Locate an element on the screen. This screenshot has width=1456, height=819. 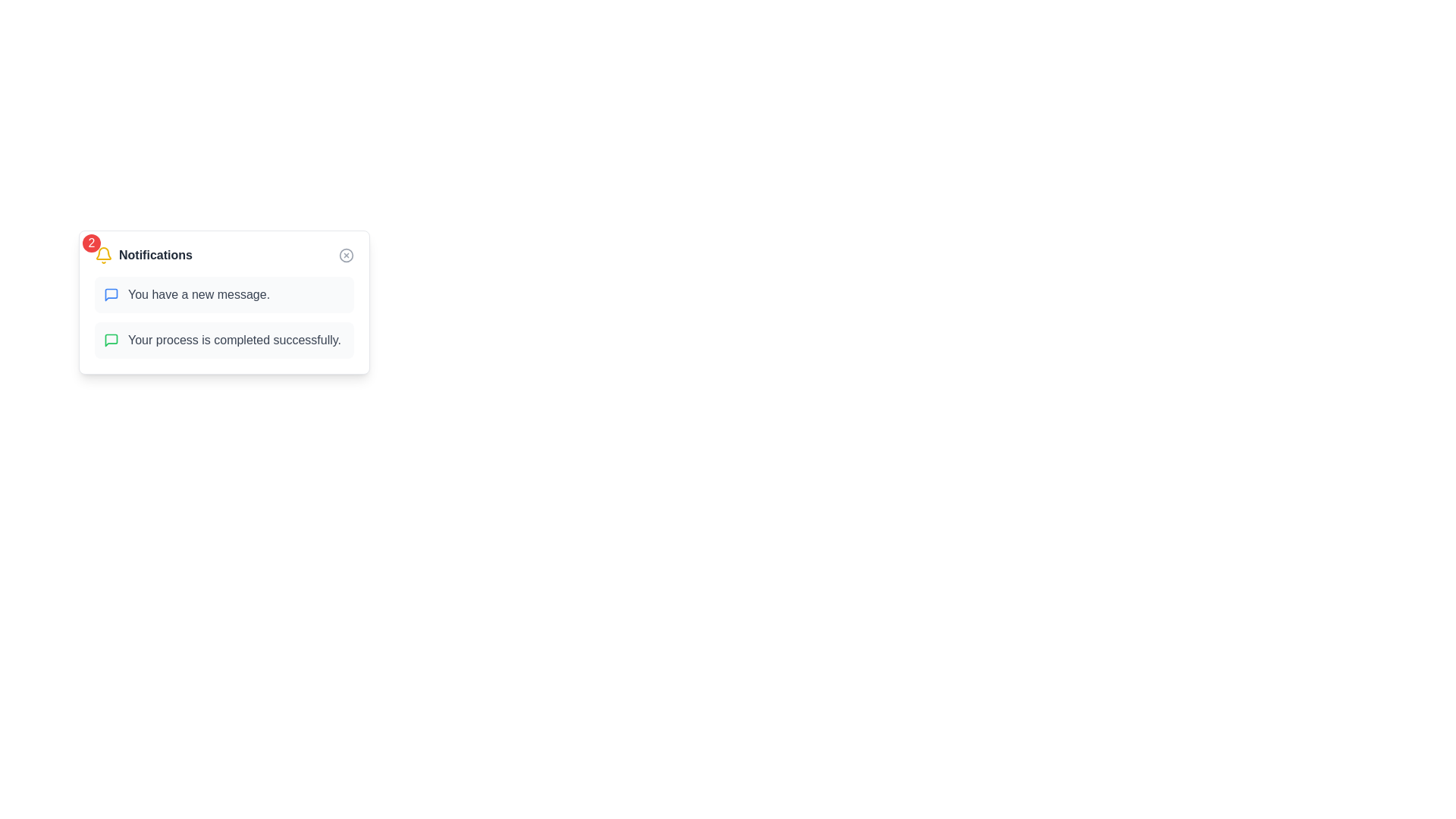
main text 'Your process is completed successfully.' which is displayed in gray font on the second notification card from the top in the notification panel is located at coordinates (234, 339).